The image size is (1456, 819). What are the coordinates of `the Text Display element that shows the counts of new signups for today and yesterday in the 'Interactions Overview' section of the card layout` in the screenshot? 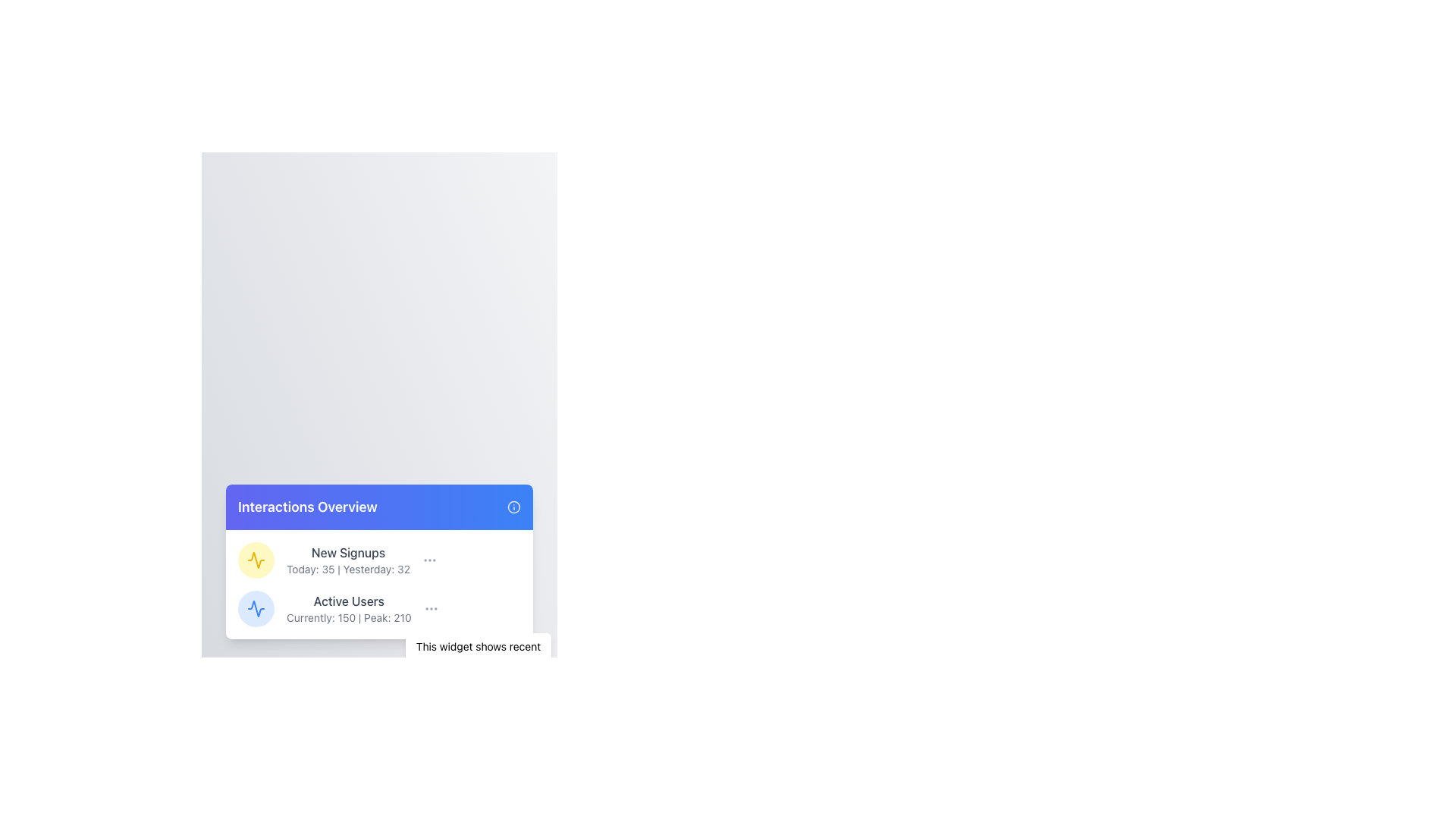 It's located at (347, 560).